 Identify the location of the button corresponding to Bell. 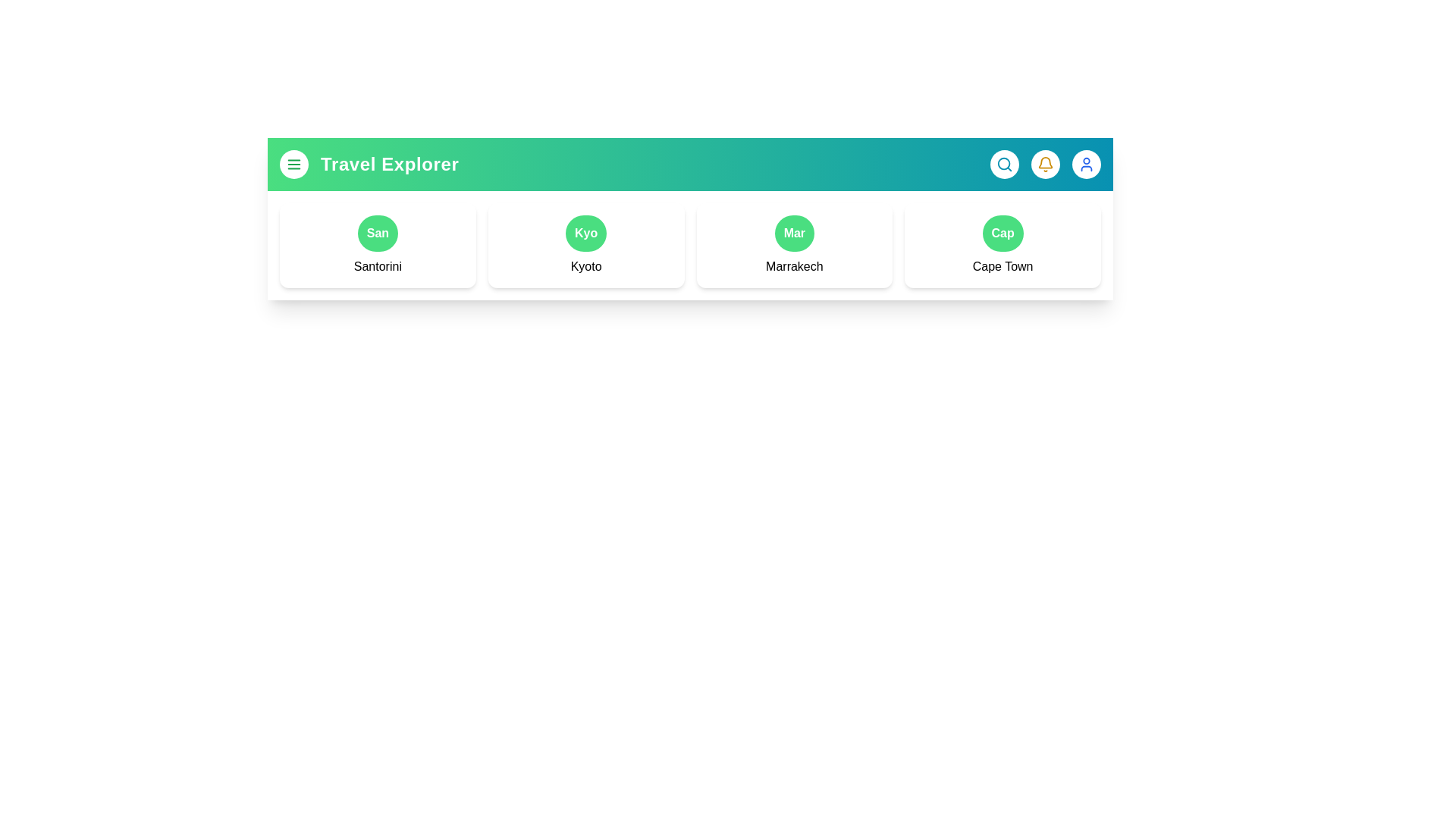
(1044, 164).